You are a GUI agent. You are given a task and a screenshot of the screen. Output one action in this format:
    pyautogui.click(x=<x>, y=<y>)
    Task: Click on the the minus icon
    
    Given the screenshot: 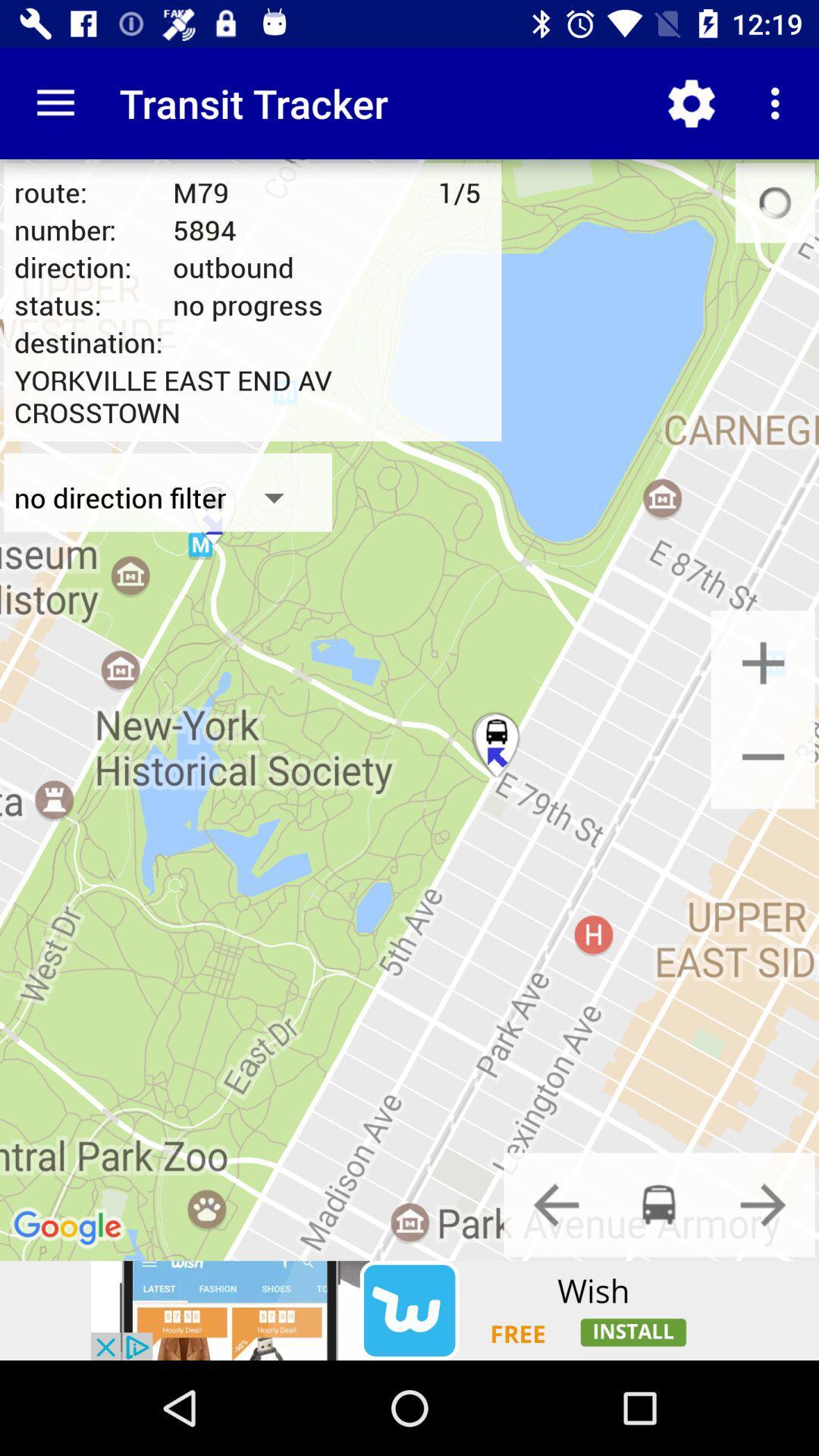 What is the action you would take?
    pyautogui.click(x=763, y=756)
    